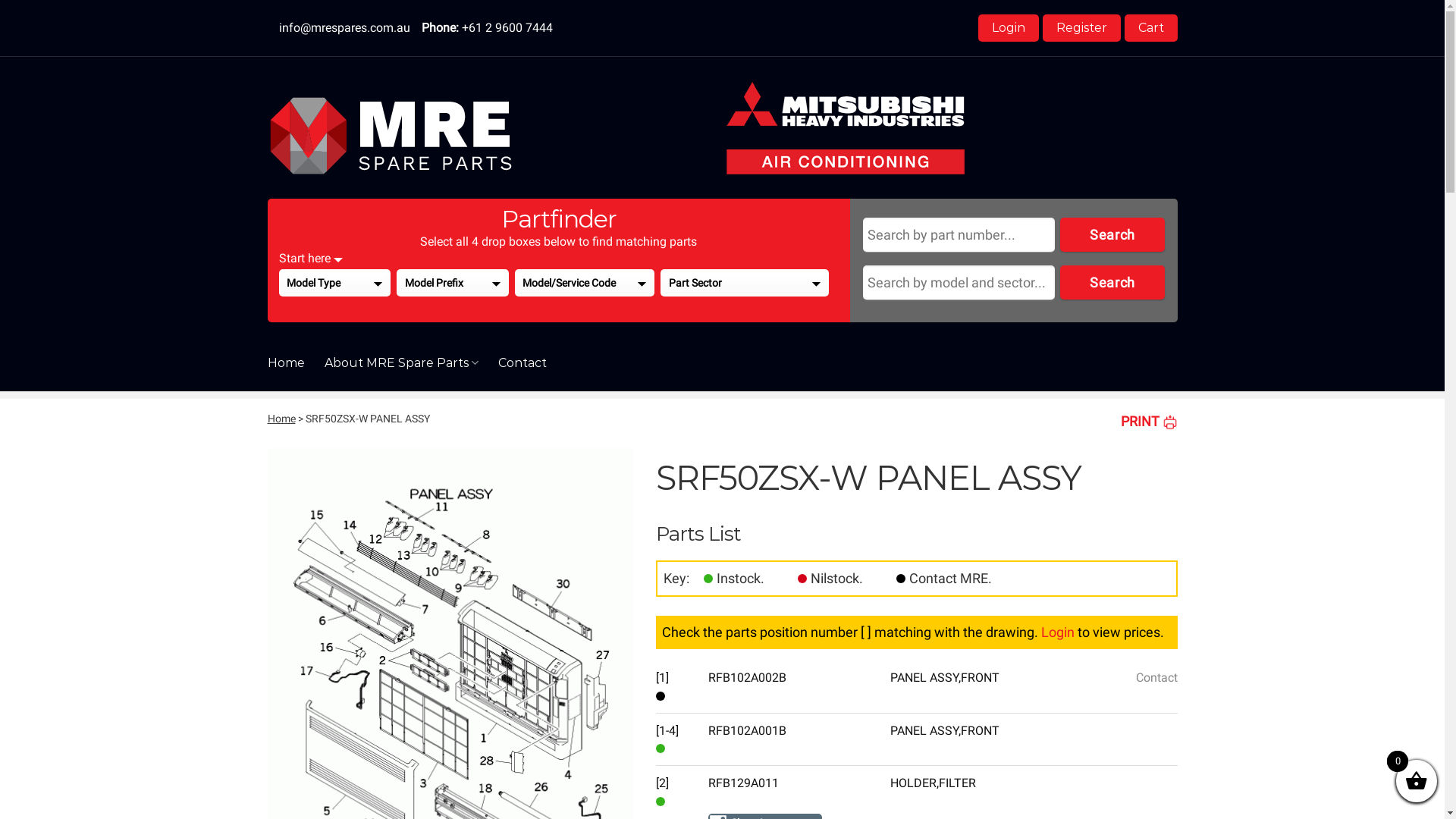  I want to click on 'Cart', so click(1124, 28).